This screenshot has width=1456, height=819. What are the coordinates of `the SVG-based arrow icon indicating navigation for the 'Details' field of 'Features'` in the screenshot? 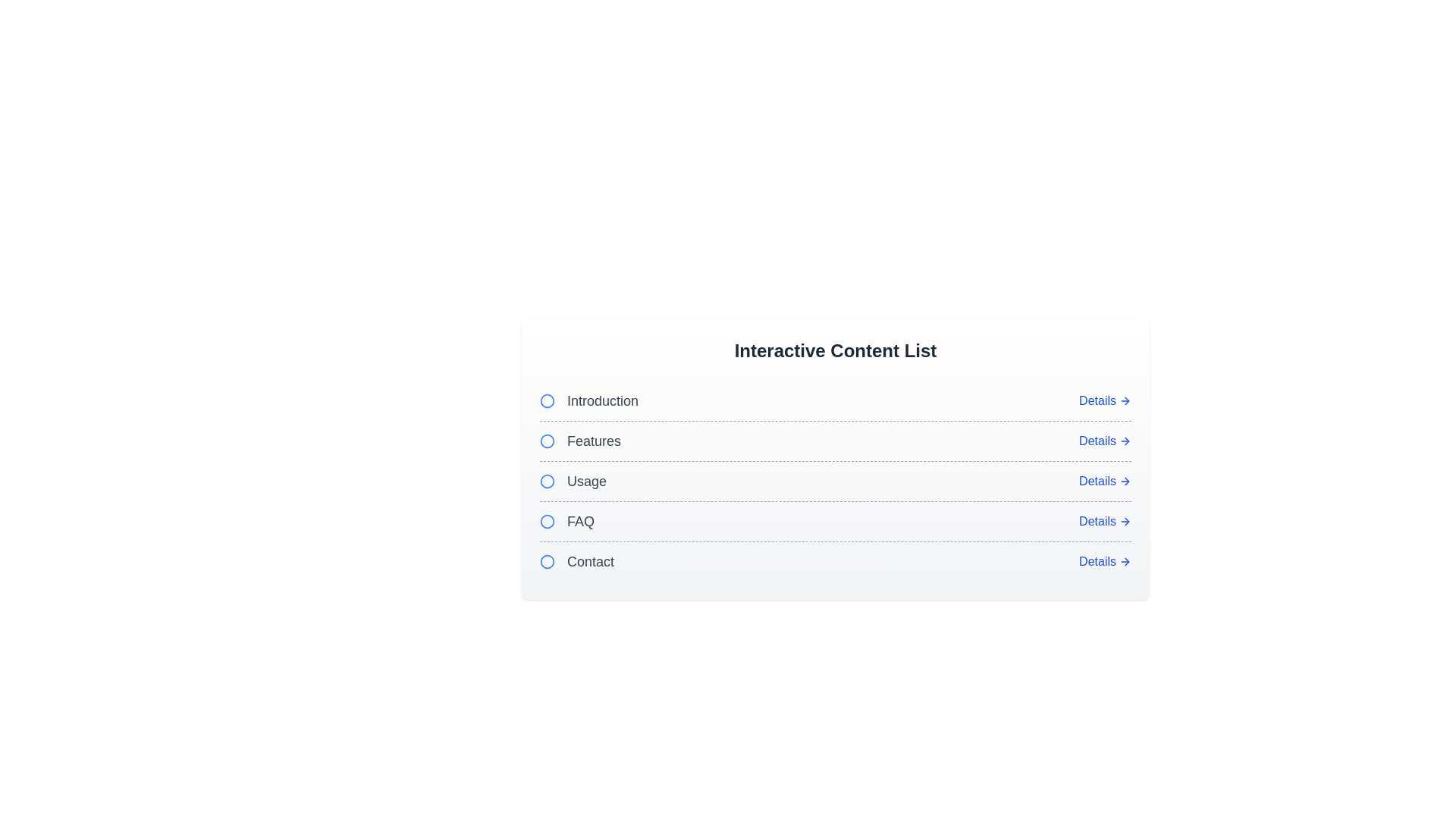 It's located at (1127, 441).